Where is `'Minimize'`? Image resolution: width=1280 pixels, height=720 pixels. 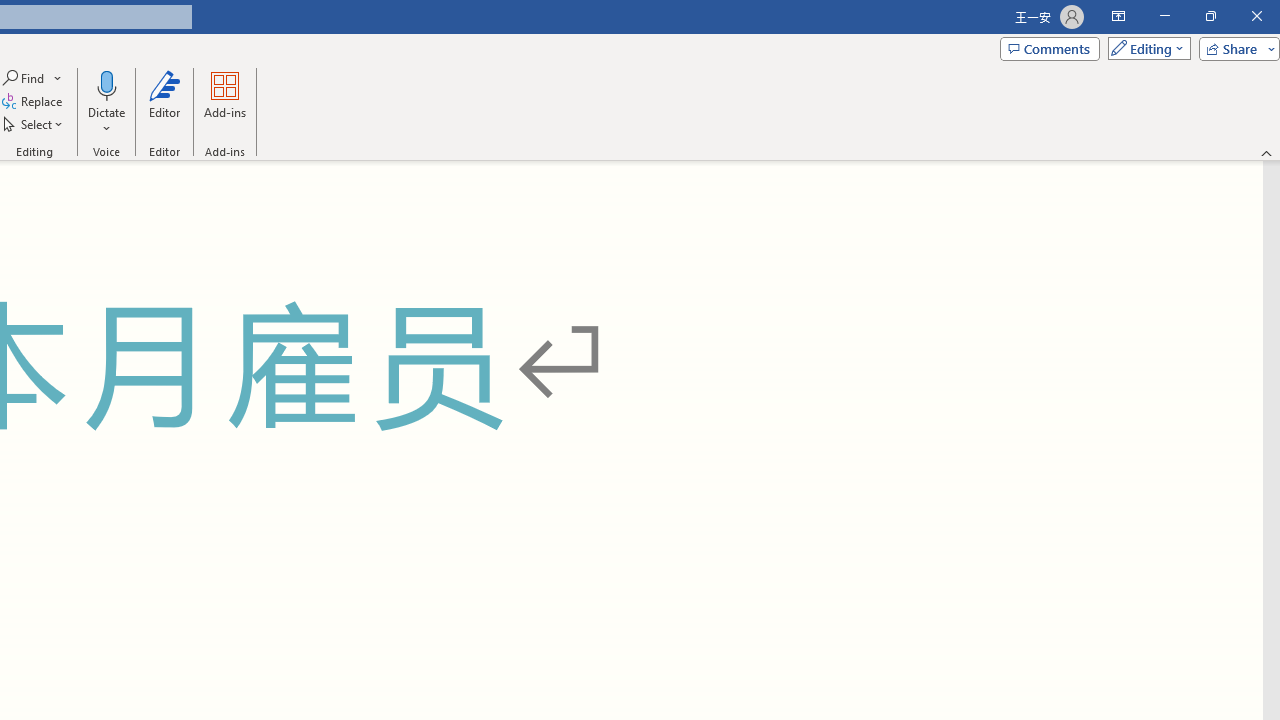
'Minimize' is located at coordinates (1164, 16).